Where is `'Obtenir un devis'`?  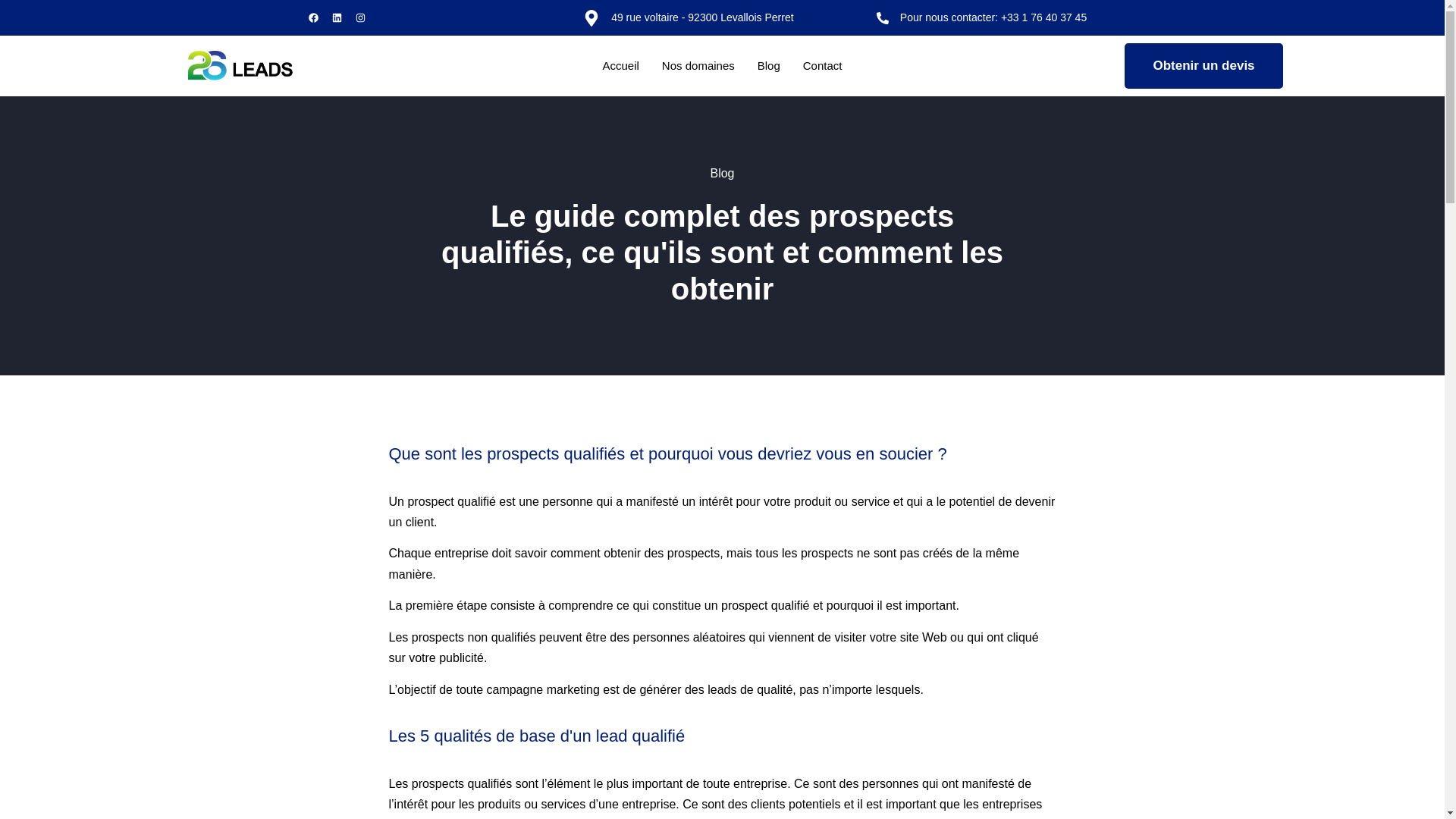 'Obtenir un devis' is located at coordinates (1203, 65).